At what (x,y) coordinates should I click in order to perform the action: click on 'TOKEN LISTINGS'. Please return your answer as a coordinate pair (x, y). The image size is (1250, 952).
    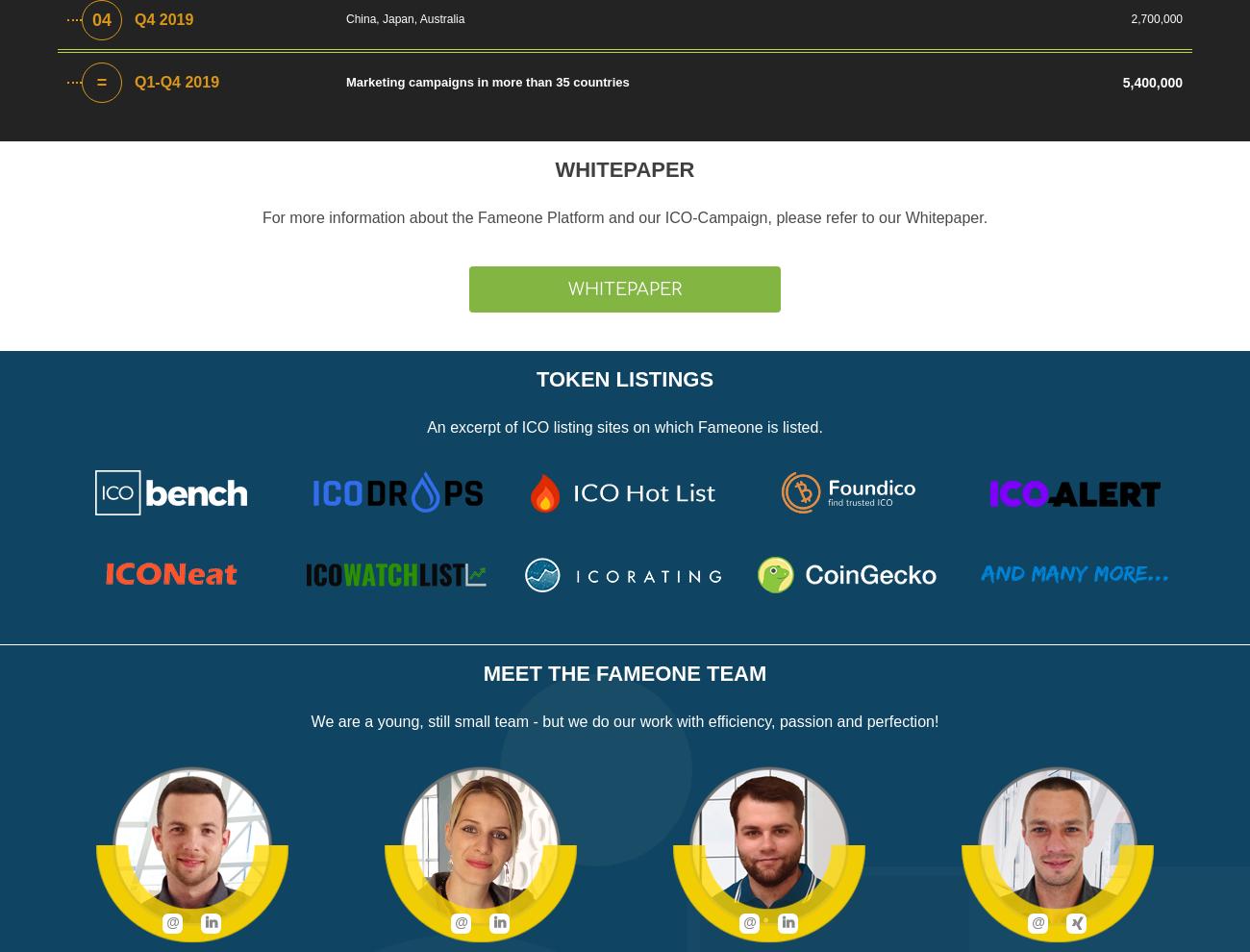
    Looking at the image, I should click on (624, 379).